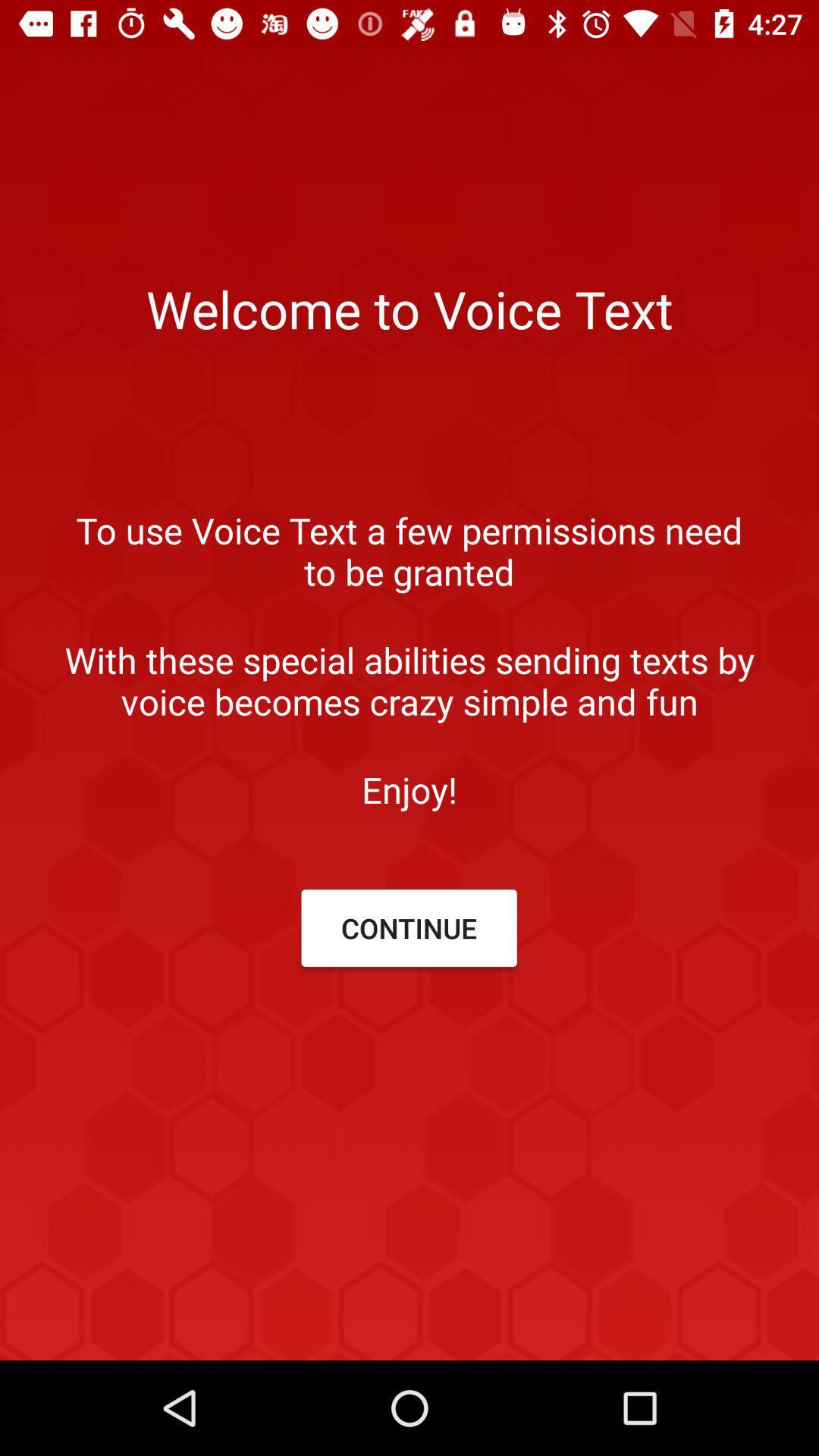 Image resolution: width=819 pixels, height=1456 pixels. What do you see at coordinates (408, 927) in the screenshot?
I see `continue icon` at bounding box center [408, 927].